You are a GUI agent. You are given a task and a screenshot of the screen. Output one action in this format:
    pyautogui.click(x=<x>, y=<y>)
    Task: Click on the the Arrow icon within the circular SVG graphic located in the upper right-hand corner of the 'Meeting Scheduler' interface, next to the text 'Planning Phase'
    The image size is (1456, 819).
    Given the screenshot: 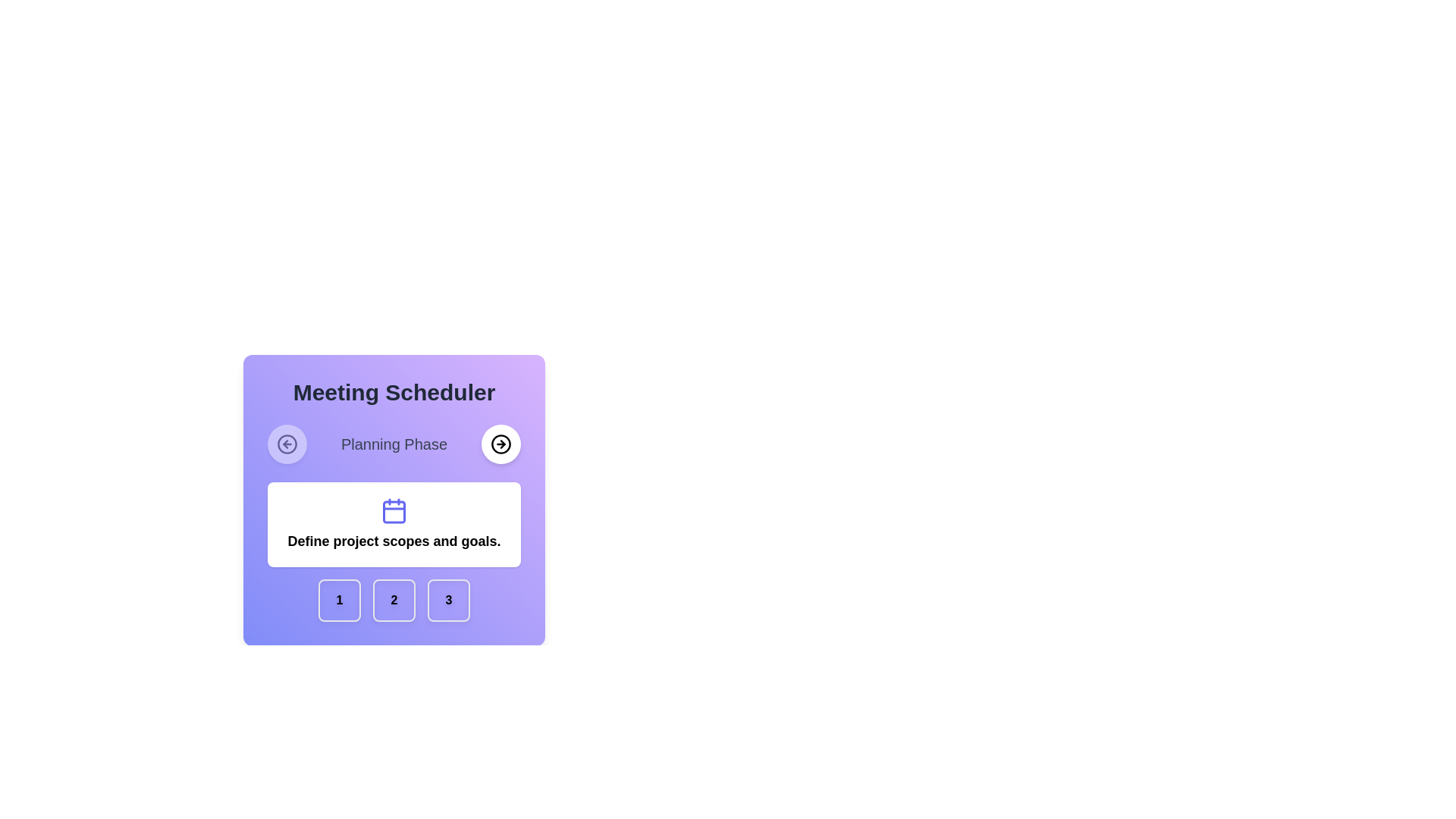 What is the action you would take?
    pyautogui.click(x=503, y=444)
    